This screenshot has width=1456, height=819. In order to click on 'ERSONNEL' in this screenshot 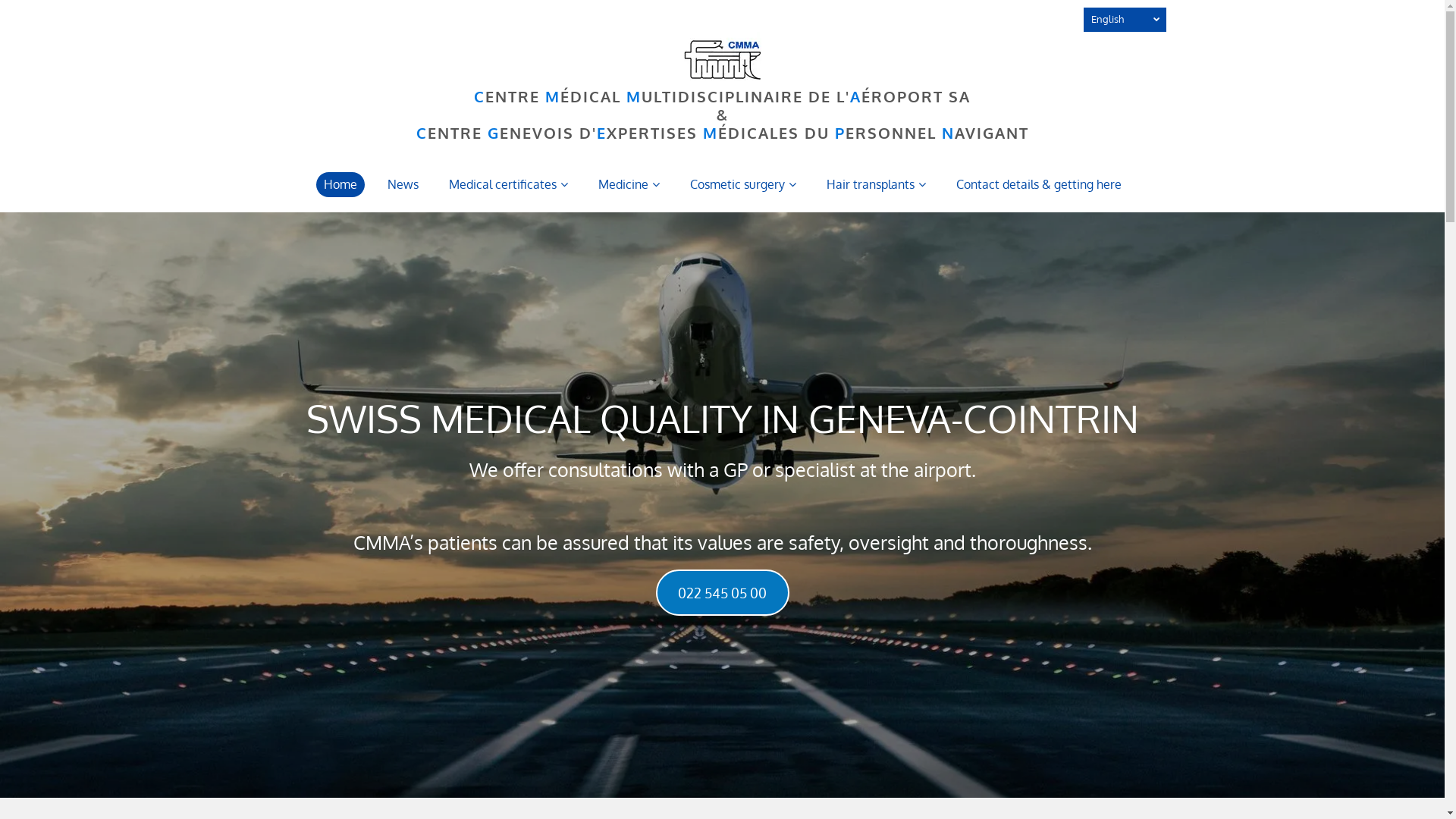, I will do `click(890, 131)`.